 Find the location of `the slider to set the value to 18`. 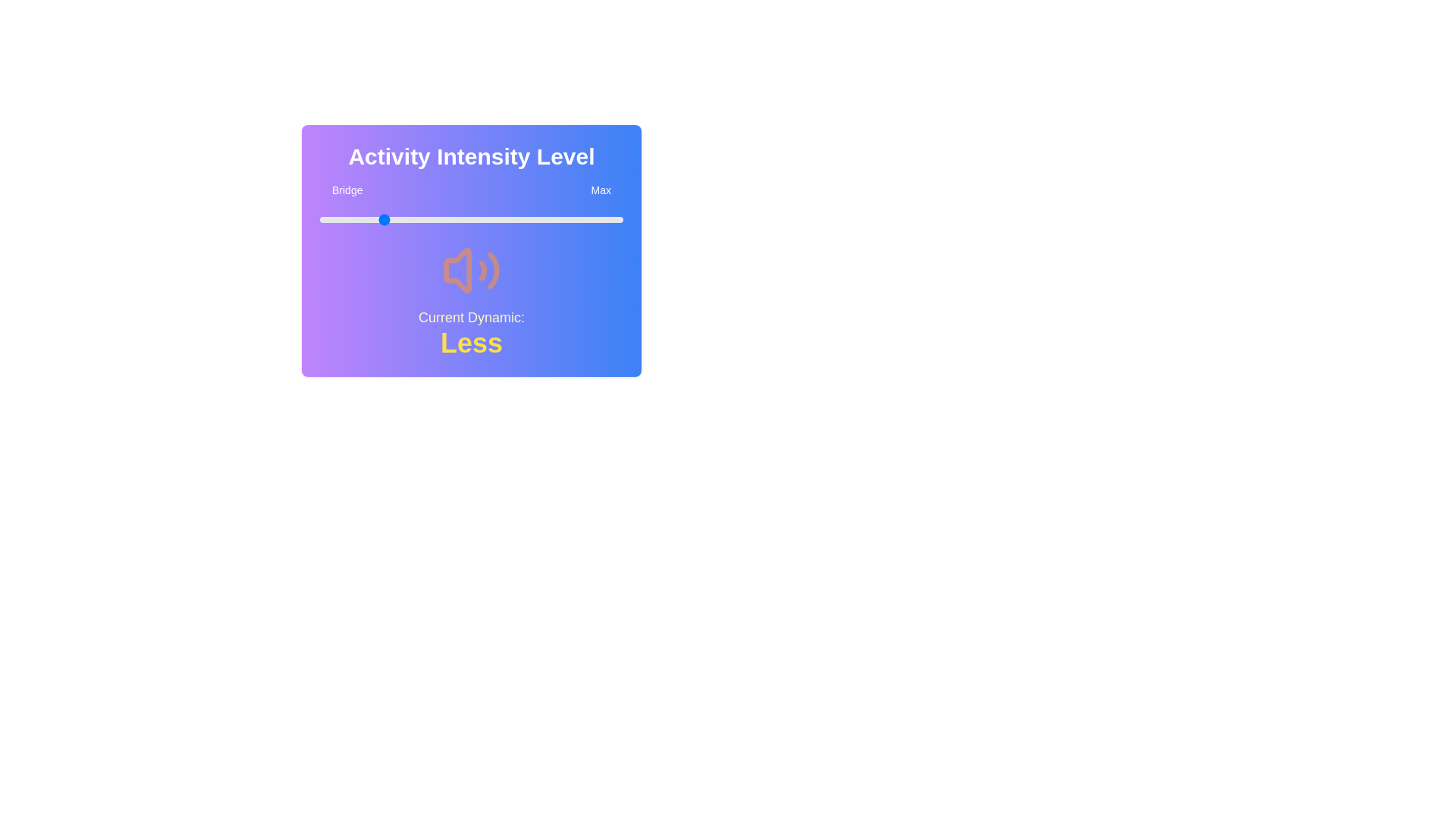

the slider to set the value to 18 is located at coordinates (375, 219).